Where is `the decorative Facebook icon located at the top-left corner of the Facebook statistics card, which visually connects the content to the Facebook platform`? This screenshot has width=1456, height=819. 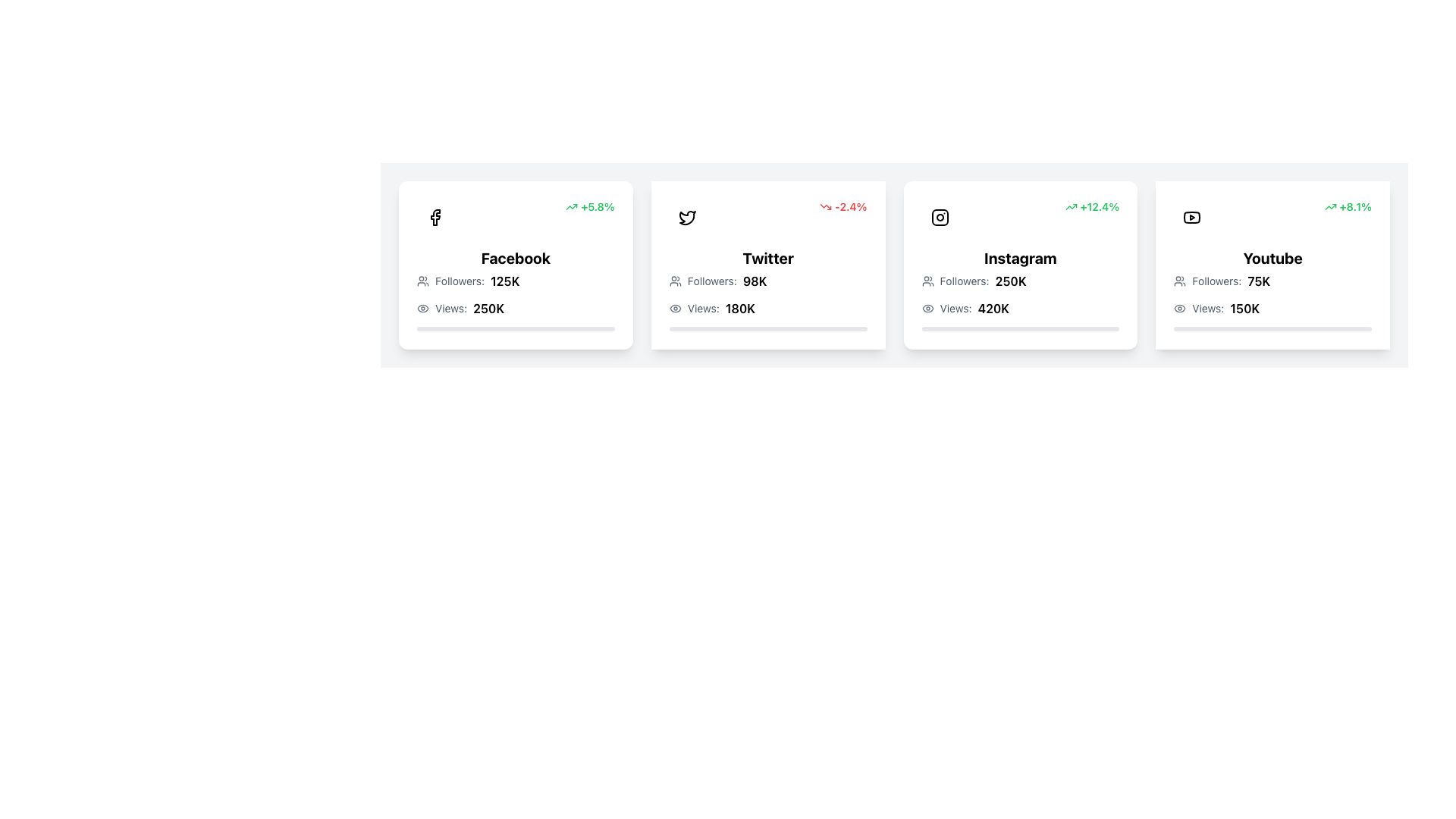 the decorative Facebook icon located at the top-left corner of the Facebook statistics card, which visually connects the content to the Facebook platform is located at coordinates (435, 217).